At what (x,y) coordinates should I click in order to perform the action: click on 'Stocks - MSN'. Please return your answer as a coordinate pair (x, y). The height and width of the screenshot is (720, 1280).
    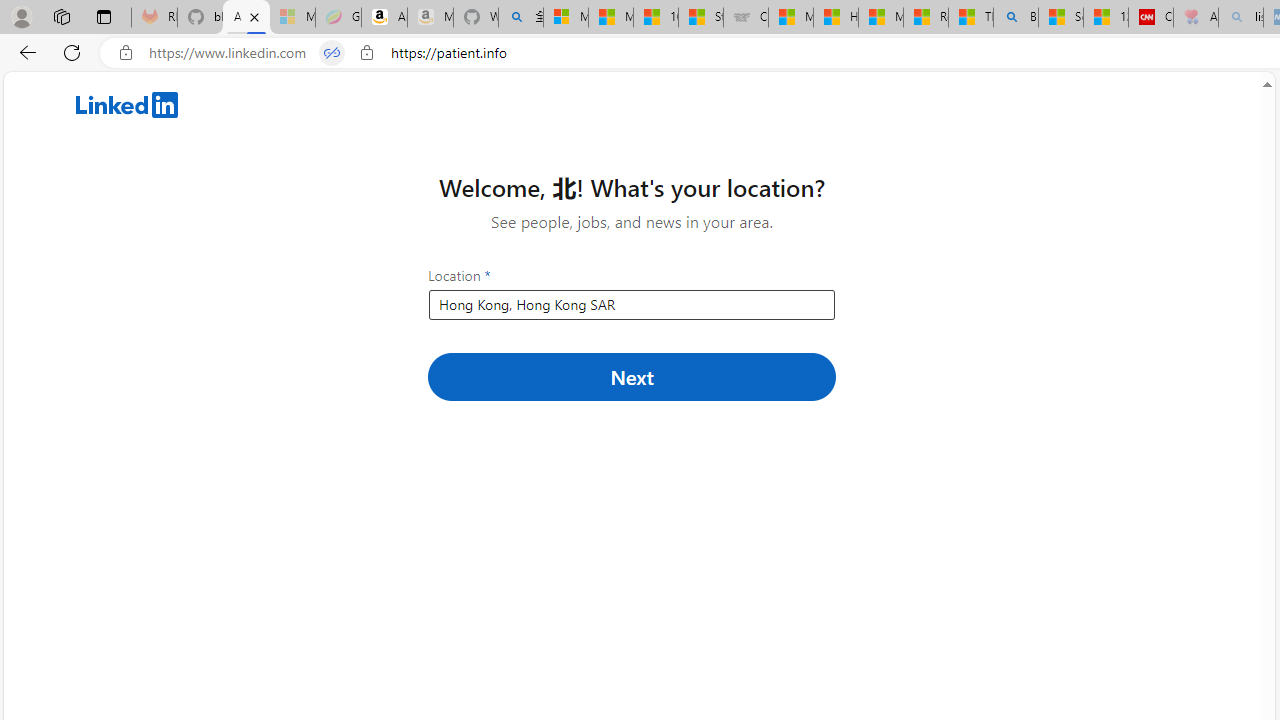
    Looking at the image, I should click on (700, 17).